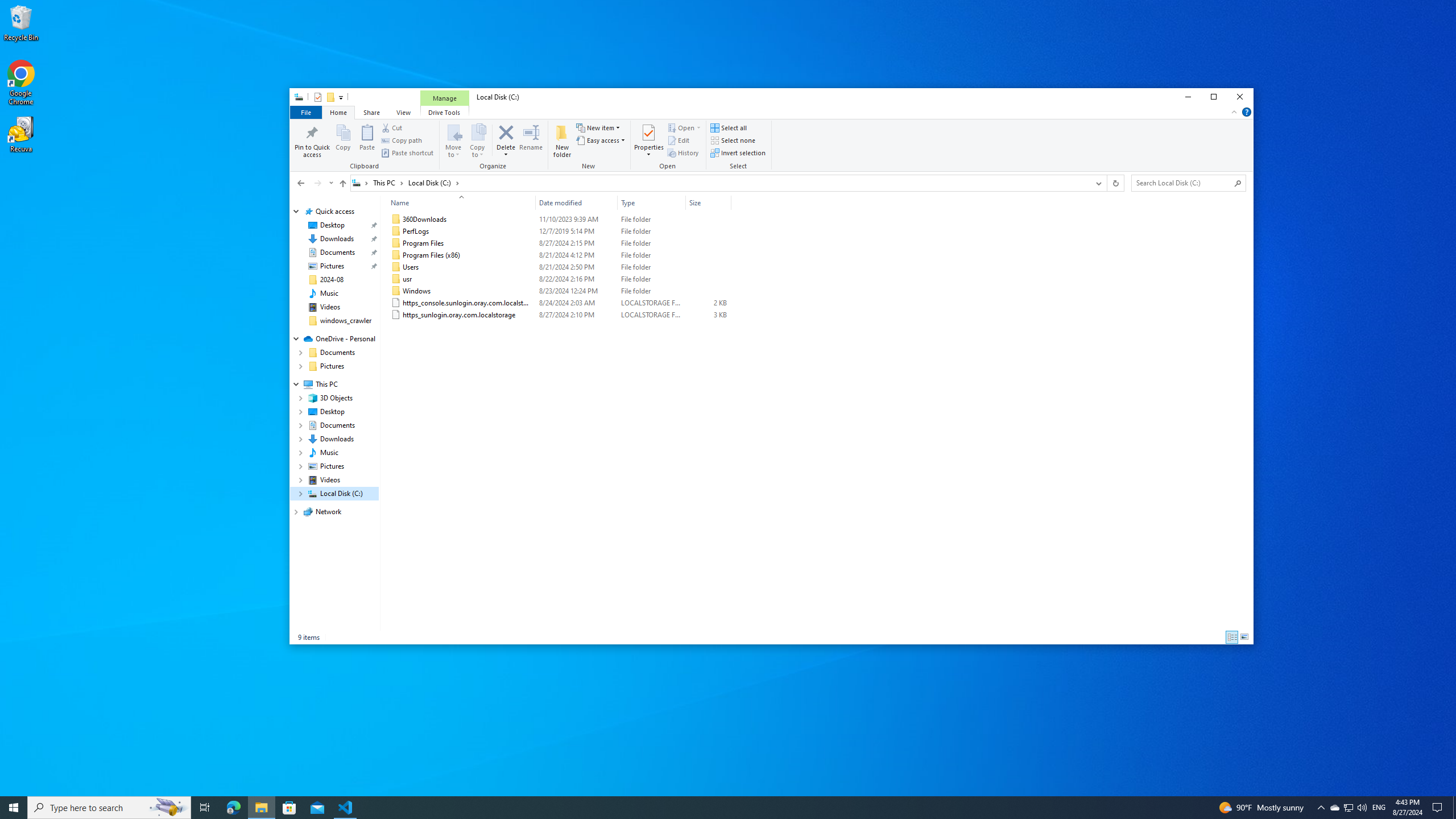 This screenshot has width=1456, height=819. Describe the element at coordinates (360, 183) in the screenshot. I see `'All locations'` at that location.